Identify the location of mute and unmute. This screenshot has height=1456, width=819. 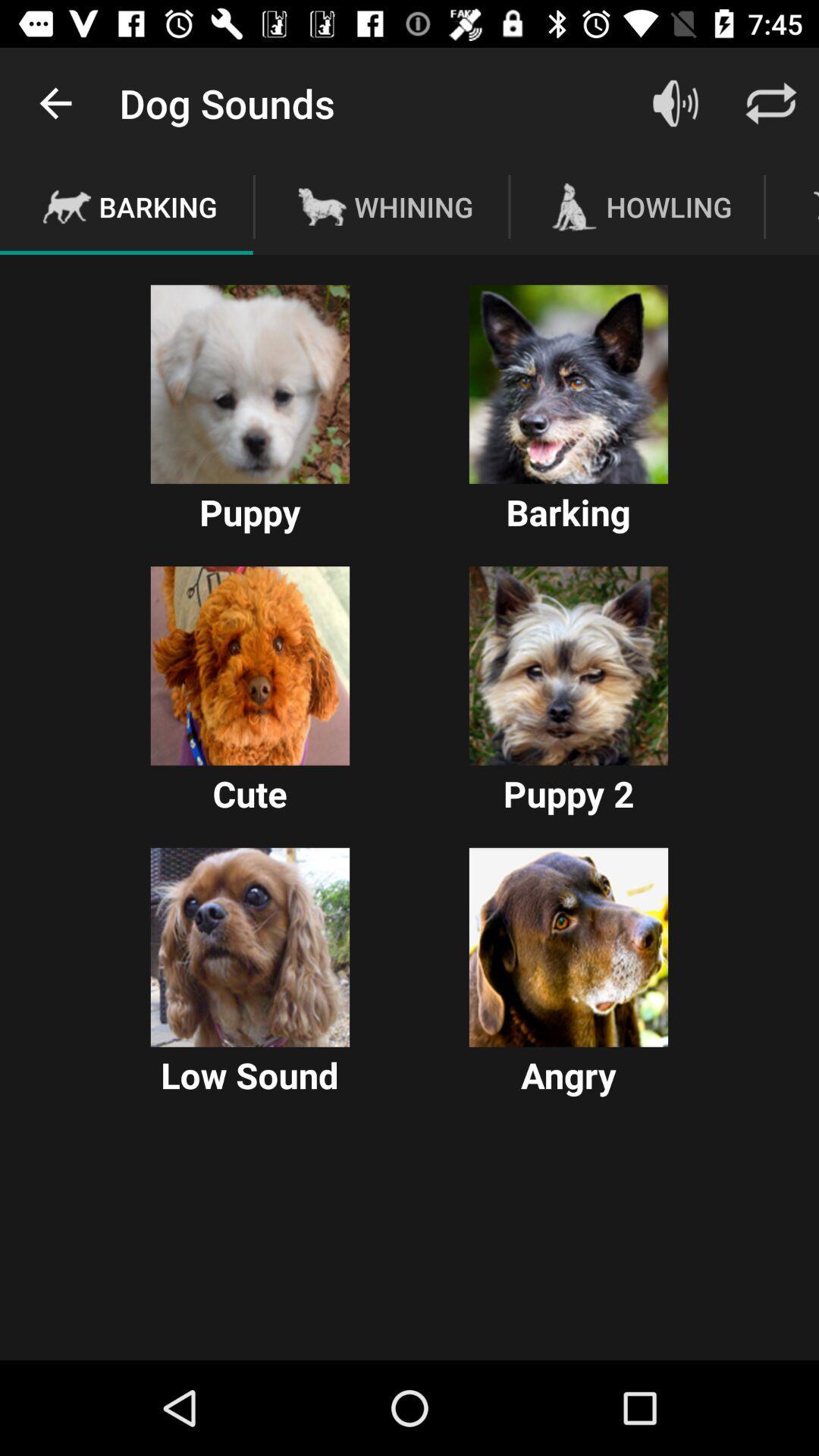
(675, 102).